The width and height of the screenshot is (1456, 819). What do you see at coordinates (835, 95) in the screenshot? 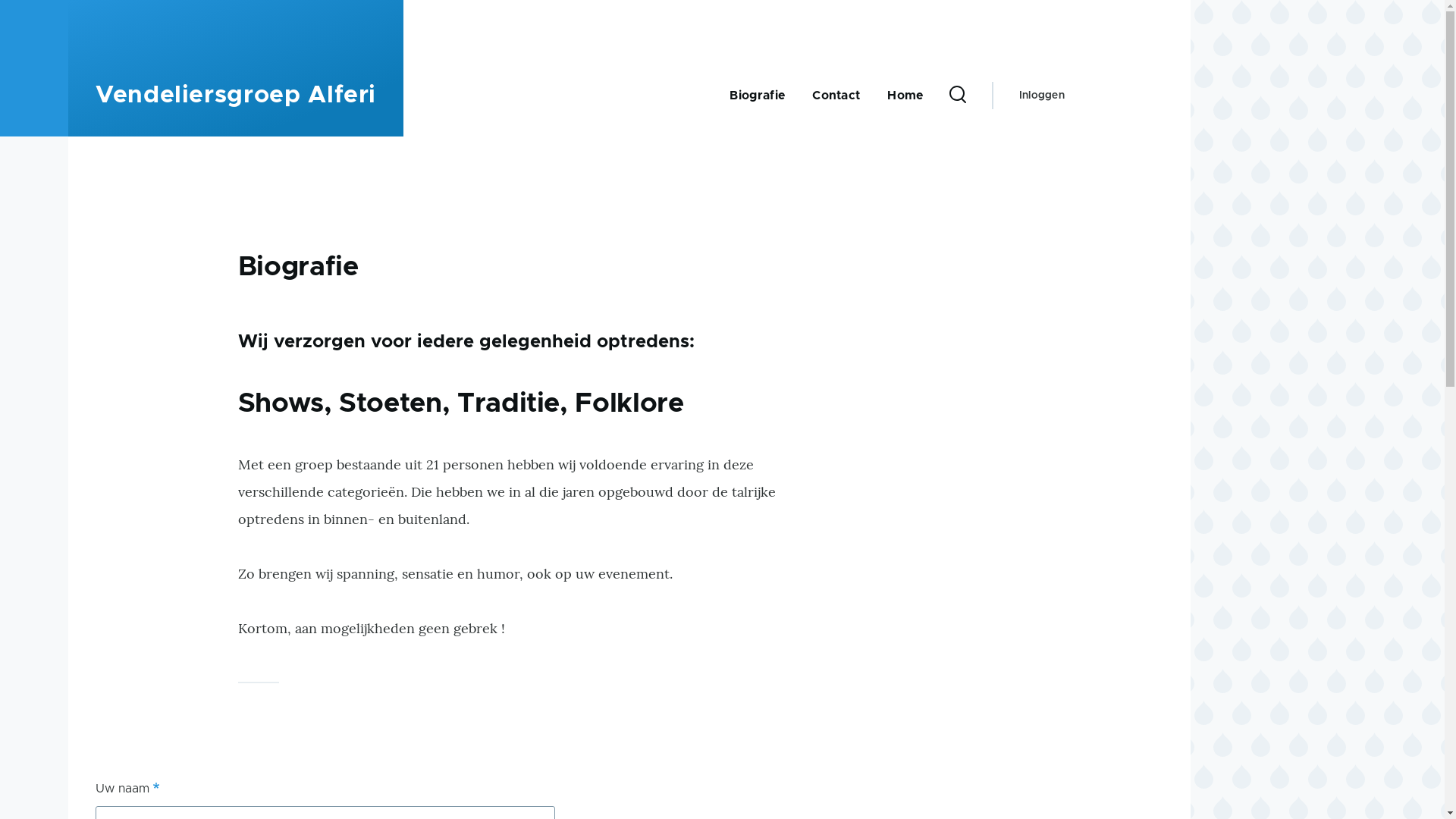
I see `'Contact'` at bounding box center [835, 95].